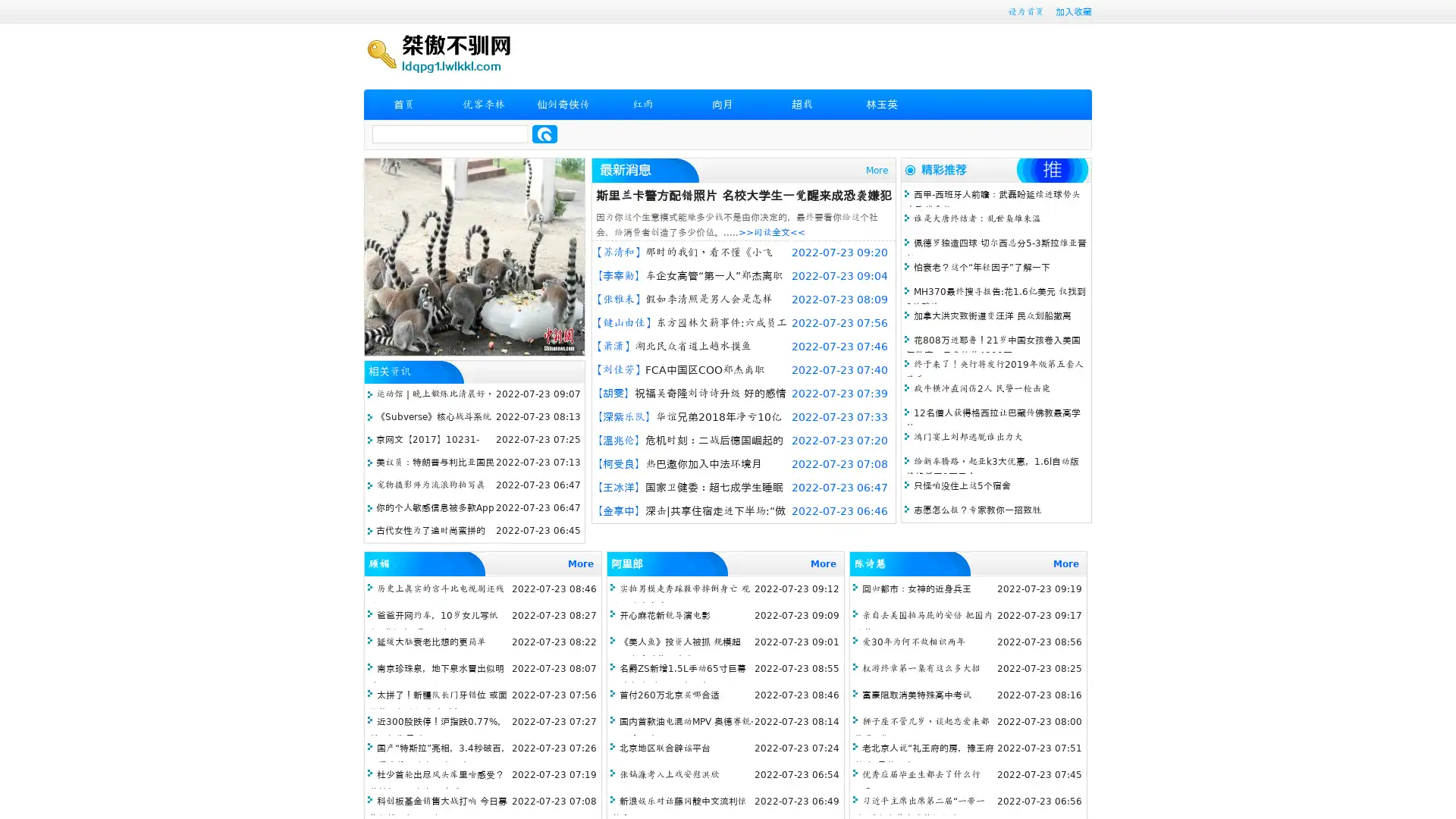 Image resolution: width=1456 pixels, height=819 pixels. Describe the element at coordinates (544, 133) in the screenshot. I see `Search` at that location.